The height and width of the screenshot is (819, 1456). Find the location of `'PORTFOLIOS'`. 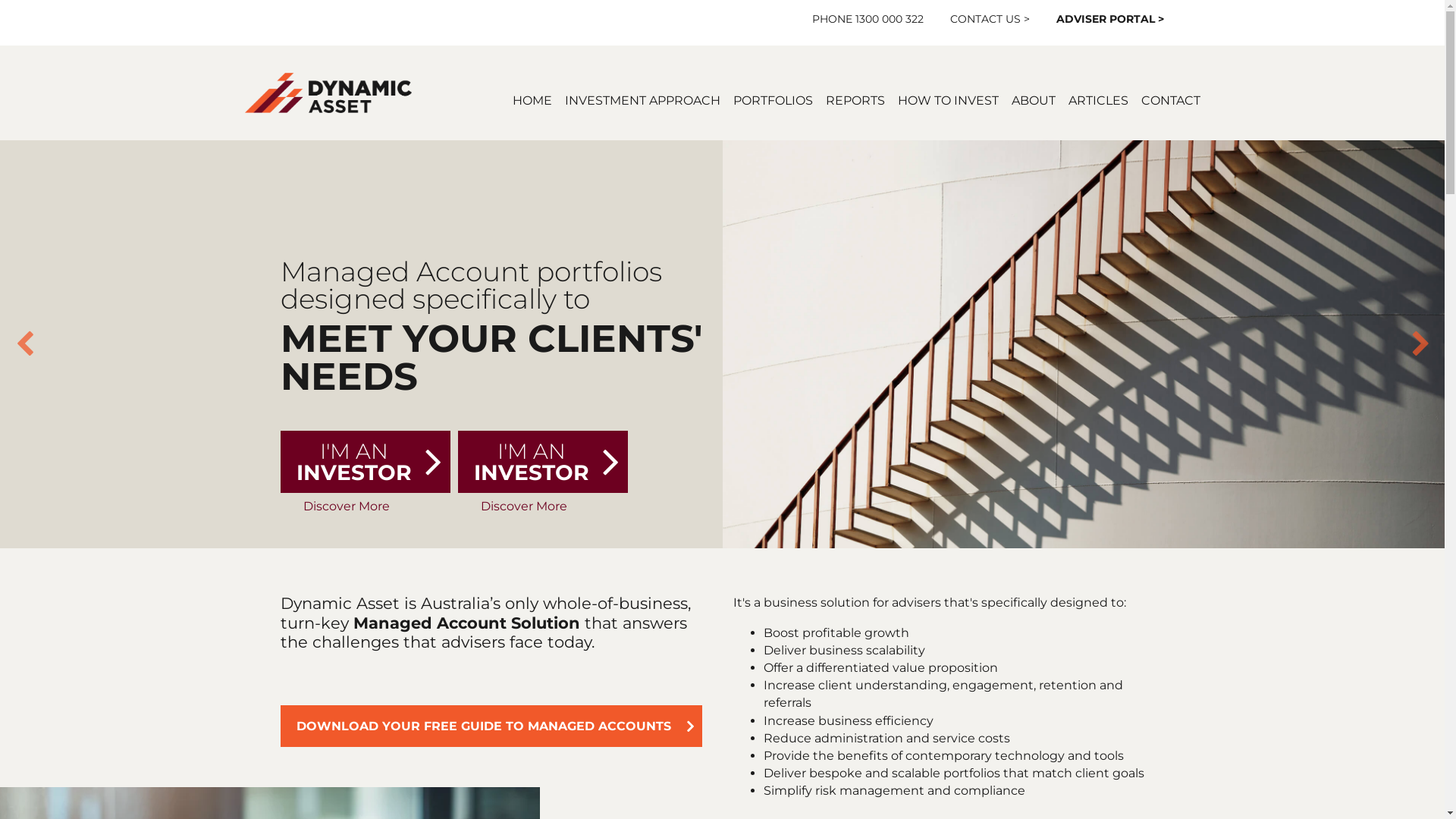

'PORTFOLIOS' is located at coordinates (772, 100).